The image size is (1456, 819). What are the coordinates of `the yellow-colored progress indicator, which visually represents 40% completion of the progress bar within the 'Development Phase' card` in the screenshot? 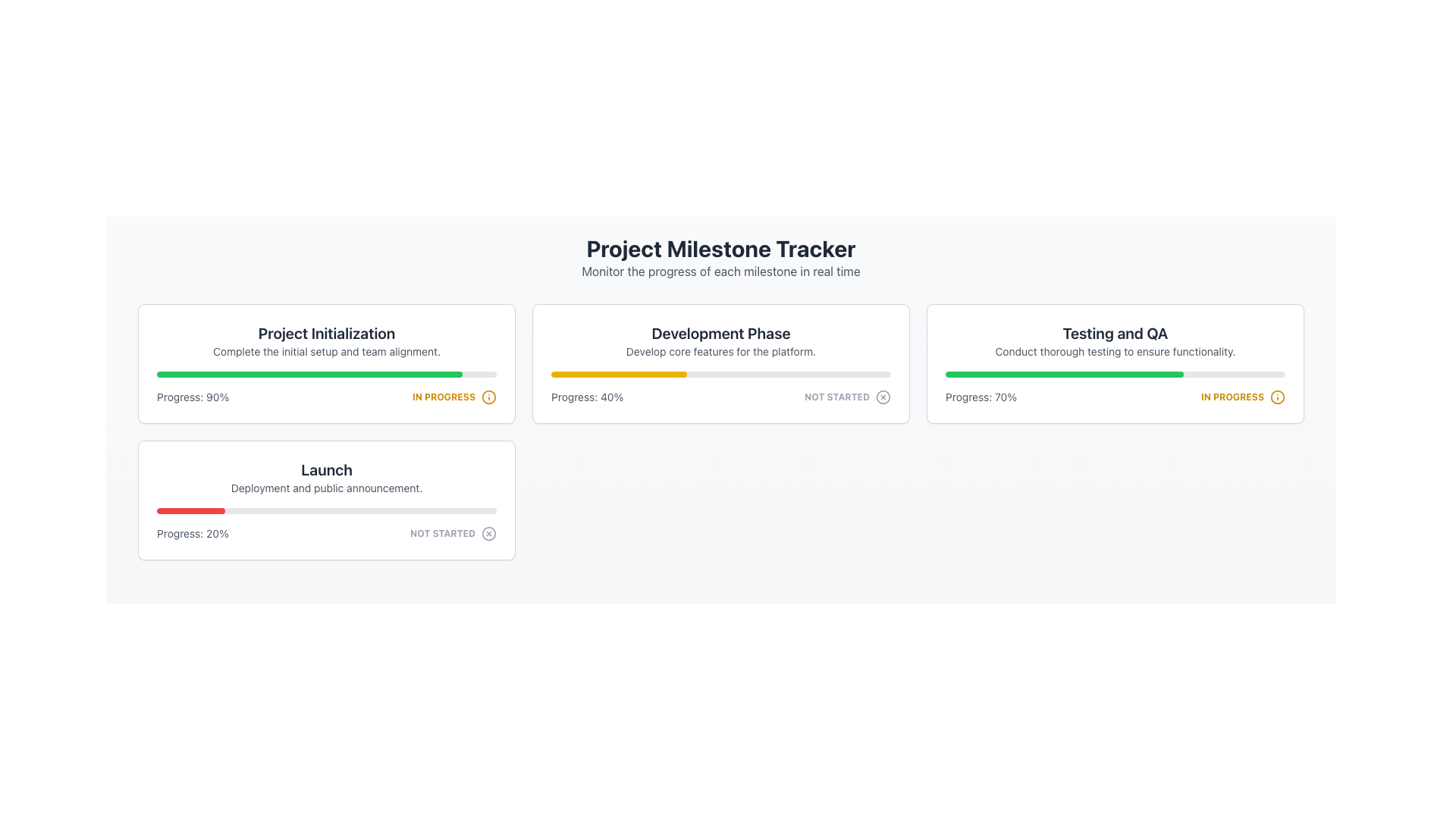 It's located at (619, 374).